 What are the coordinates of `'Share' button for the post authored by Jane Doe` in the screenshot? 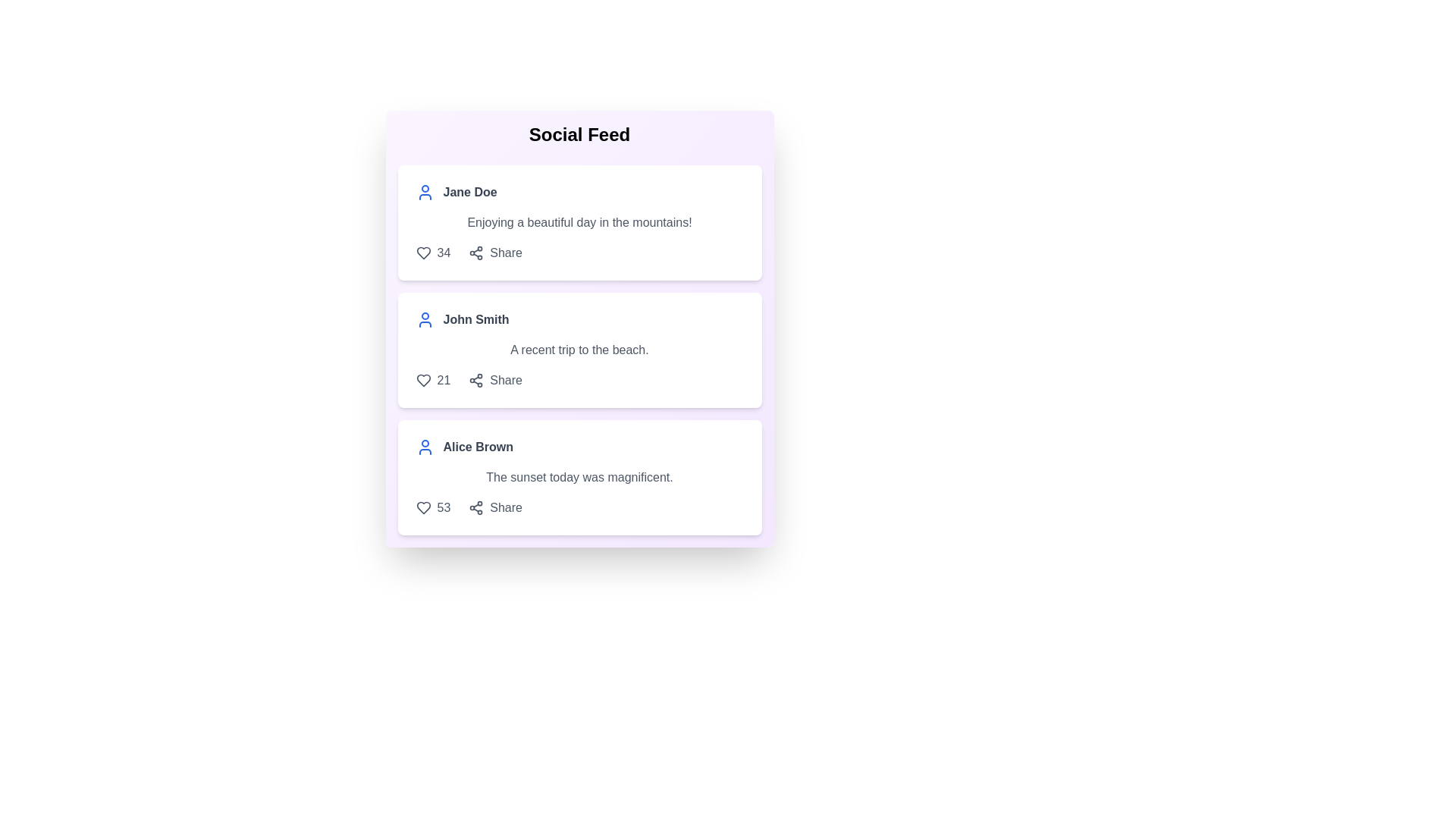 It's located at (495, 253).